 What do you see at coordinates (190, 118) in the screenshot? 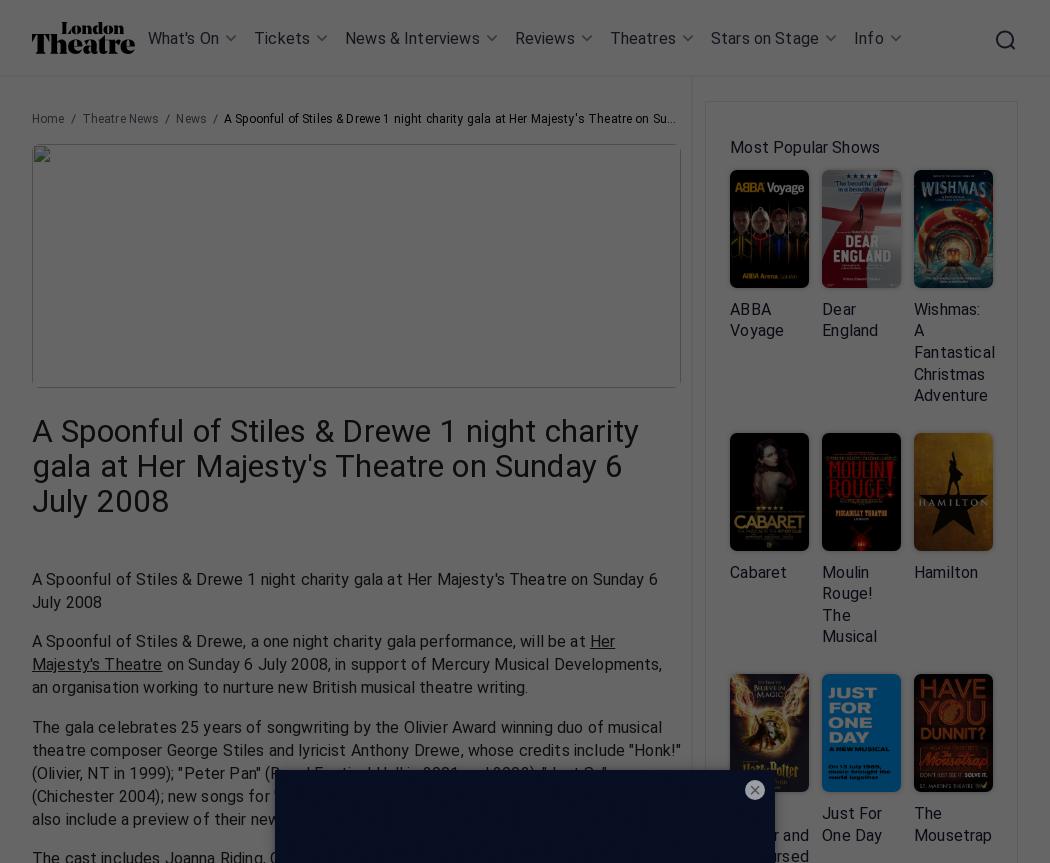
I see `'News'` at bounding box center [190, 118].